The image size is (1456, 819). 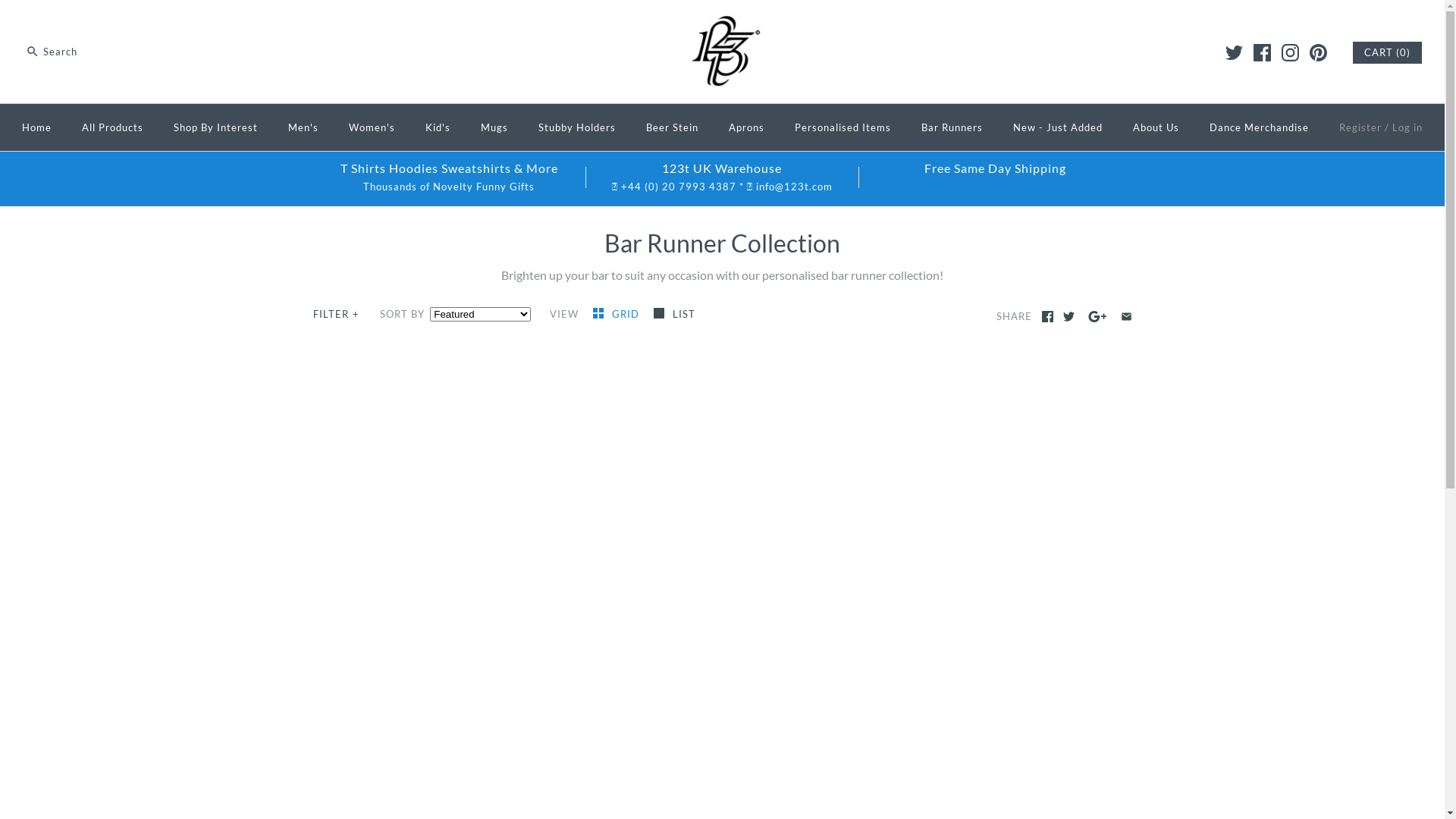 What do you see at coordinates (871, 793) in the screenshot?
I see `'Add to Cart'` at bounding box center [871, 793].